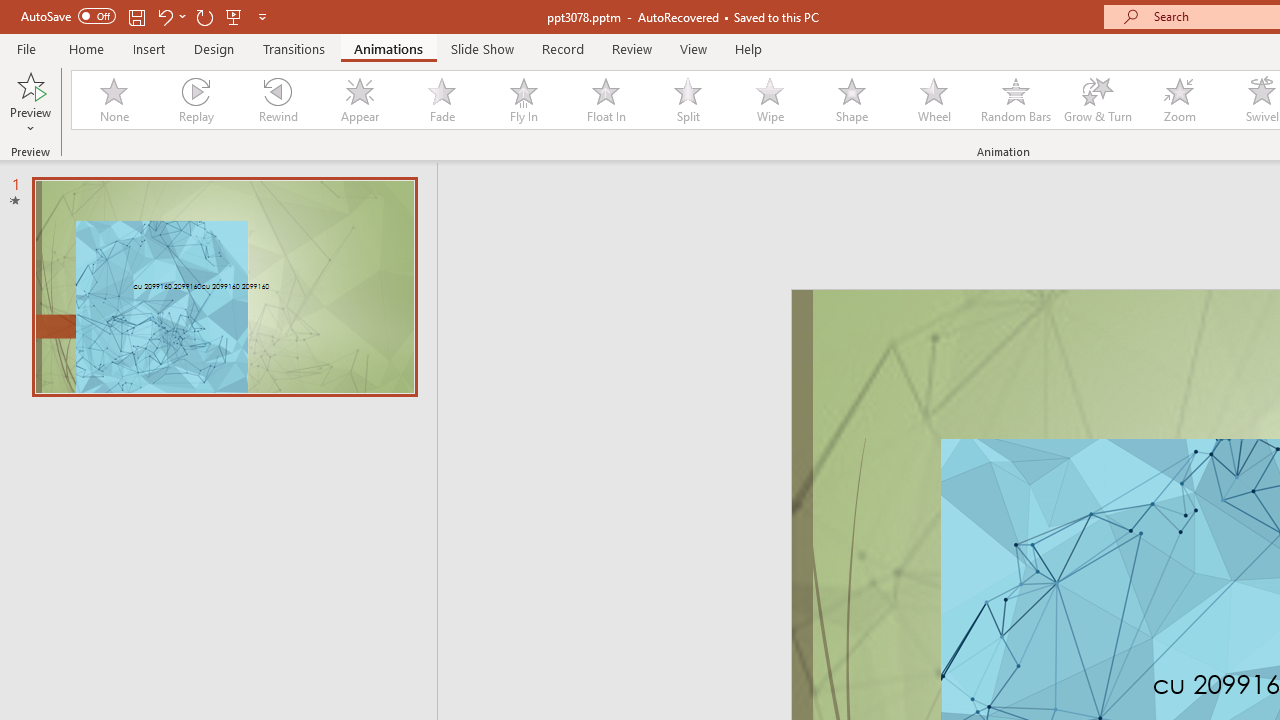  What do you see at coordinates (688, 100) in the screenshot?
I see `'Split'` at bounding box center [688, 100].